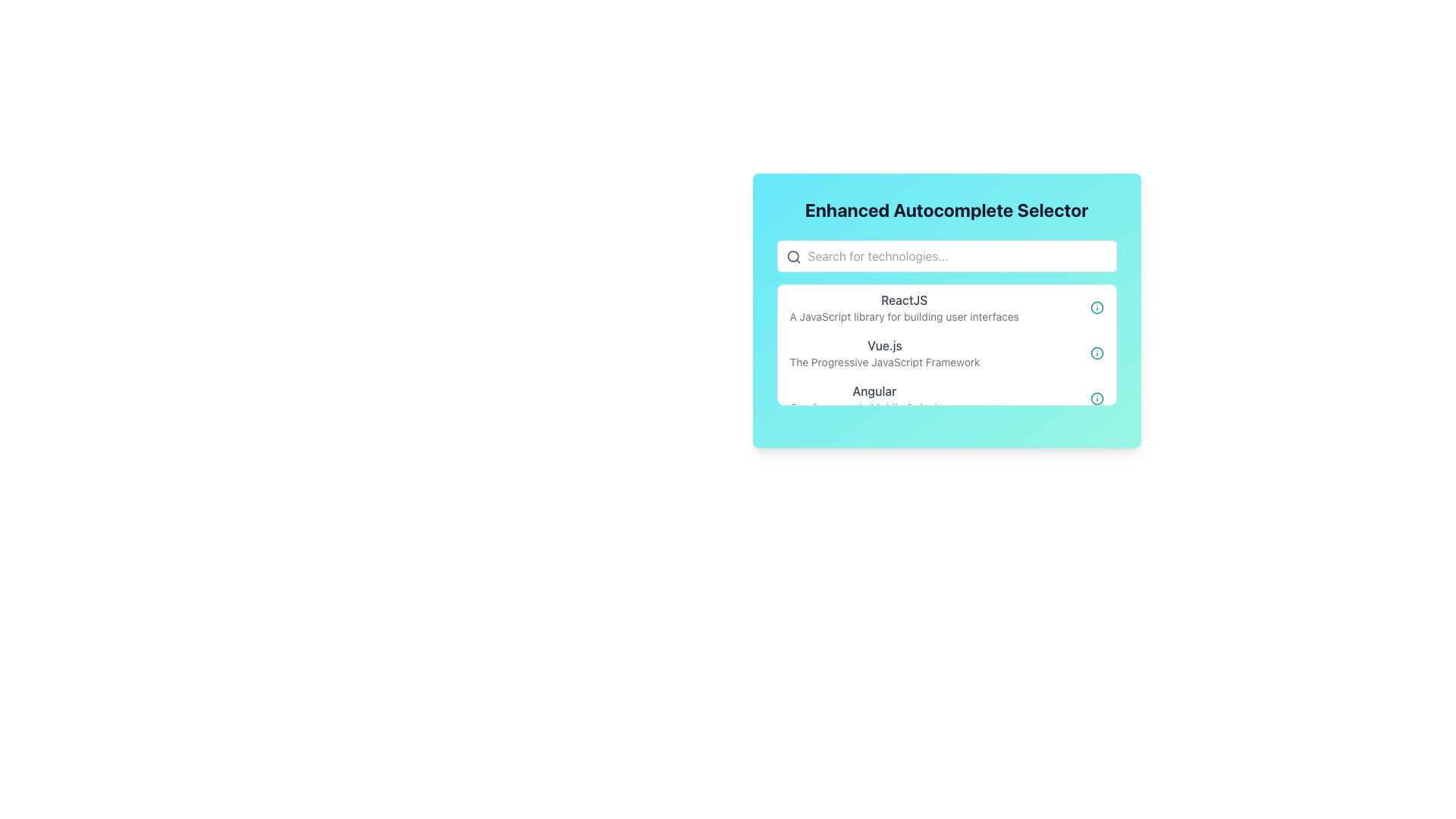  I want to click on the second selectable option 'Vue.js' in the Enhanced Autocomplete Selector dropdown menu, so click(946, 345).